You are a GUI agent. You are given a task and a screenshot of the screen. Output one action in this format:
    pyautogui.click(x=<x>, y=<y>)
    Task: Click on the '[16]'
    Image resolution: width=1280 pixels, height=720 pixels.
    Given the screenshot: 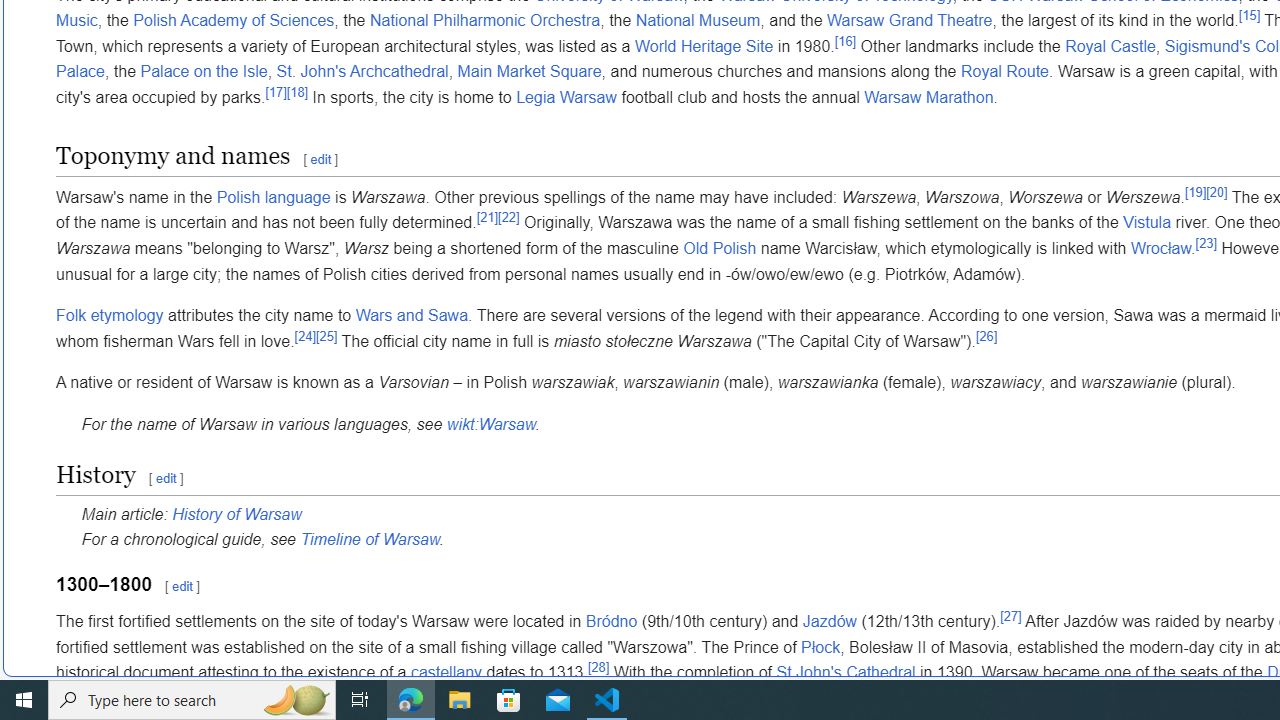 What is the action you would take?
    pyautogui.click(x=846, y=41)
    